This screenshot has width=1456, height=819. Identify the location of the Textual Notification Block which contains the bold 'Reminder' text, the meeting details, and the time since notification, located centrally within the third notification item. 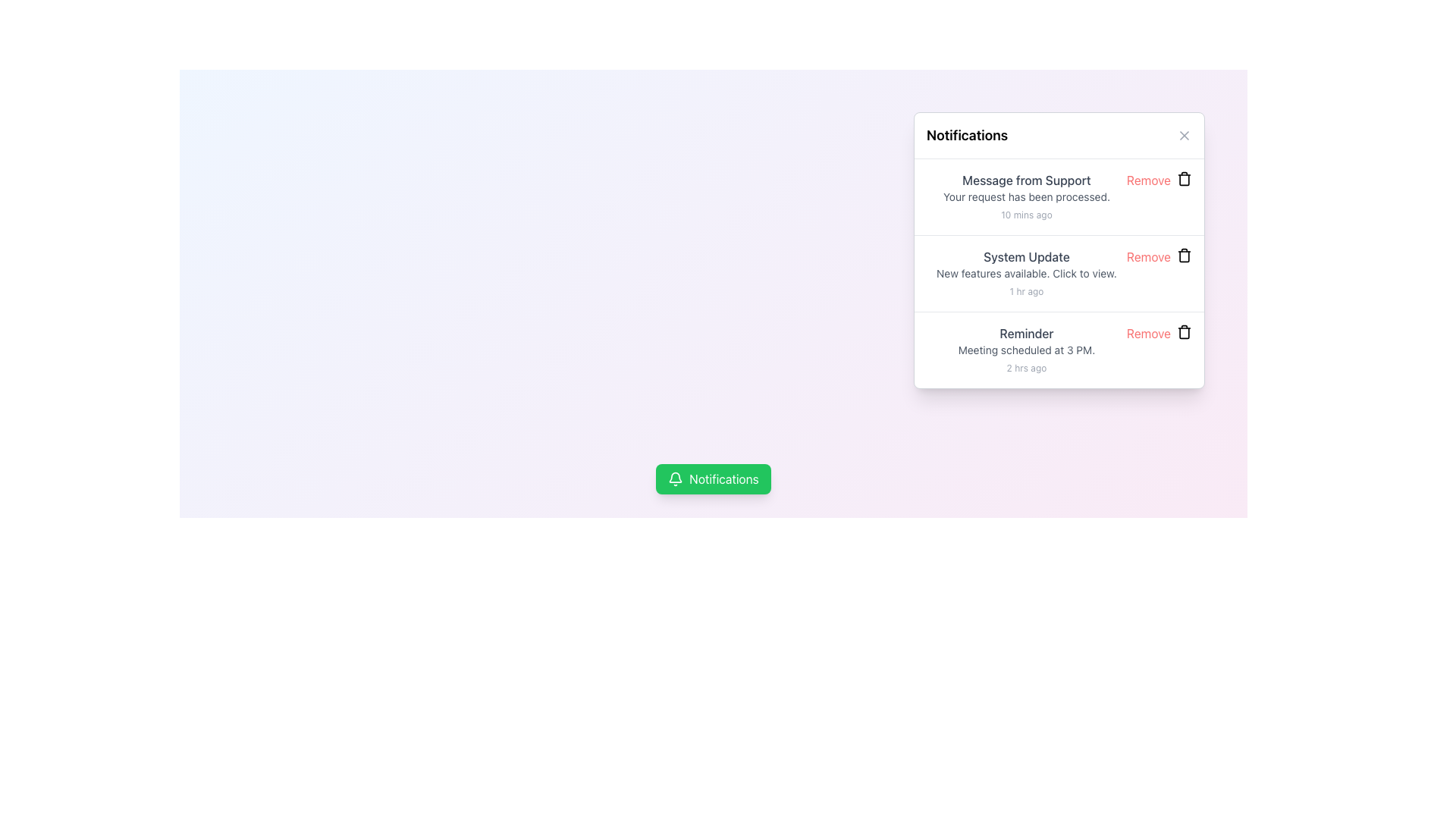
(1026, 350).